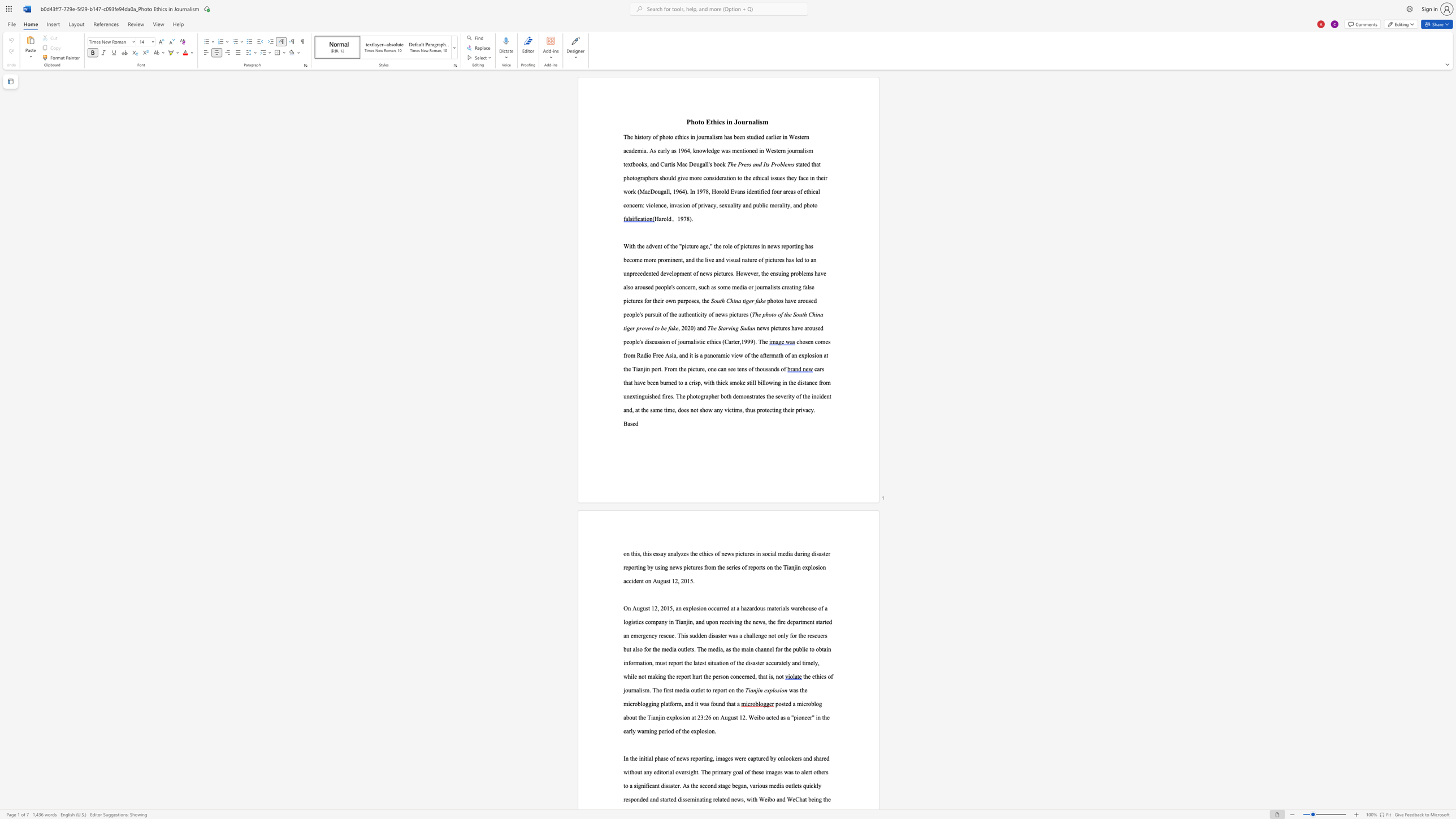 The image size is (1456, 819). I want to click on the subset text "ographer" within the text "photographer", so click(697, 396).